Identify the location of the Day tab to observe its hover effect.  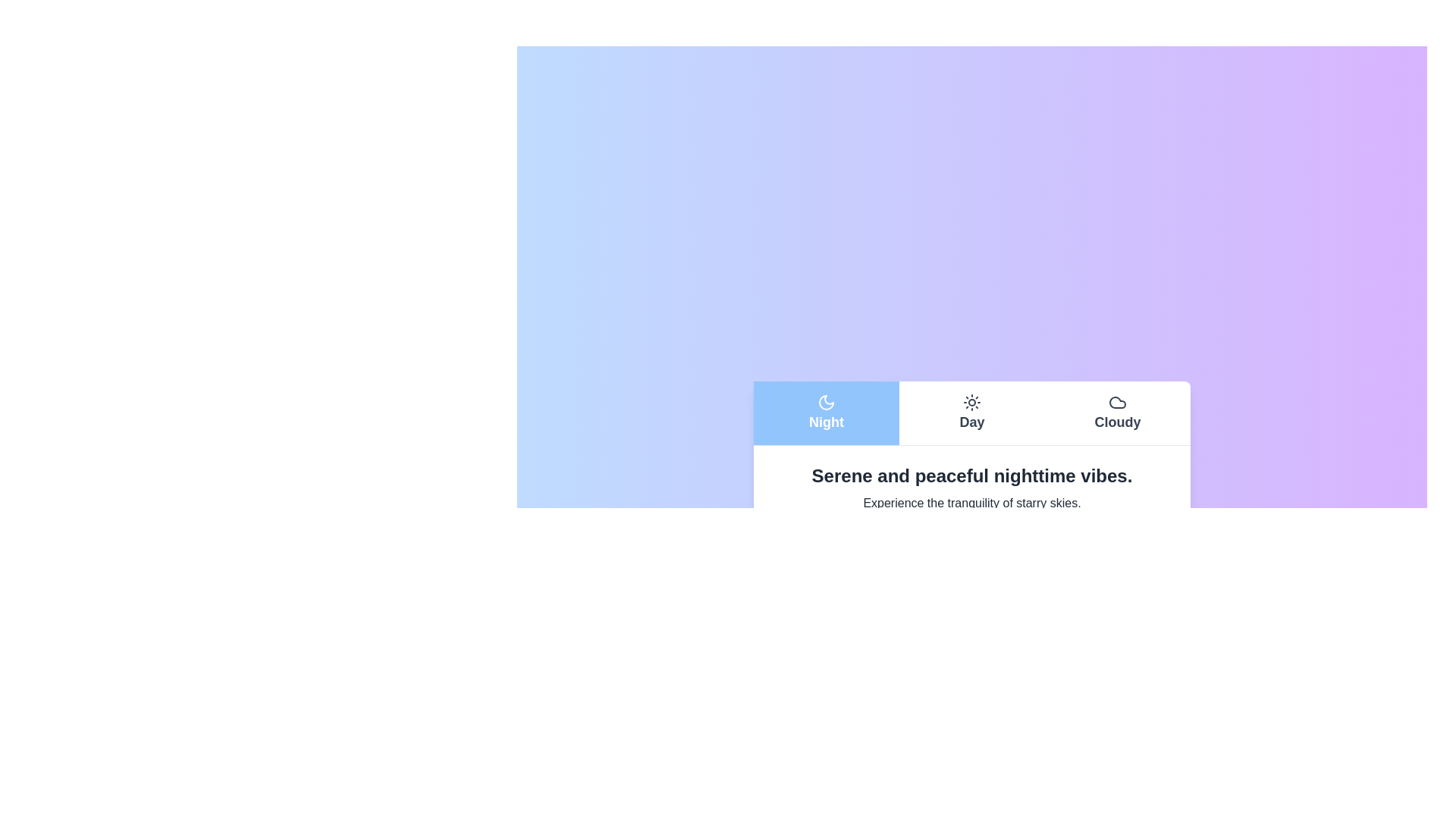
(971, 413).